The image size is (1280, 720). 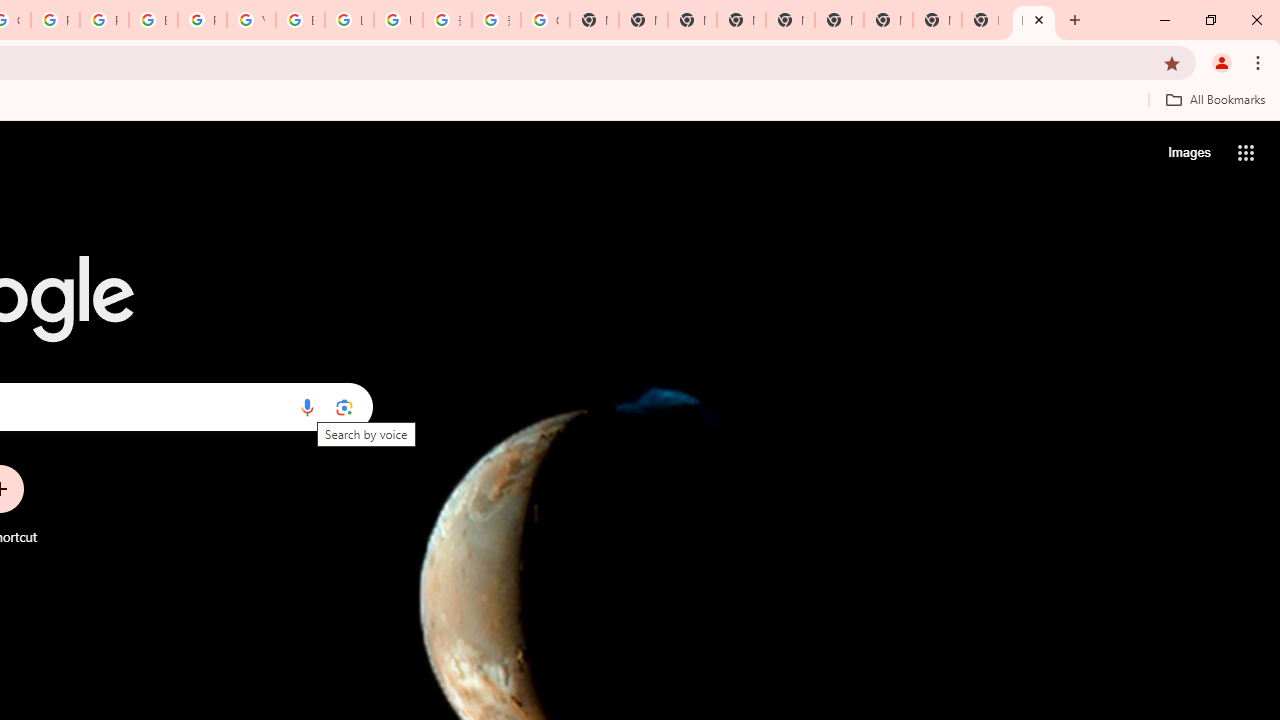 I want to click on 'Privacy Help Center - Policies Help', so click(x=103, y=20).